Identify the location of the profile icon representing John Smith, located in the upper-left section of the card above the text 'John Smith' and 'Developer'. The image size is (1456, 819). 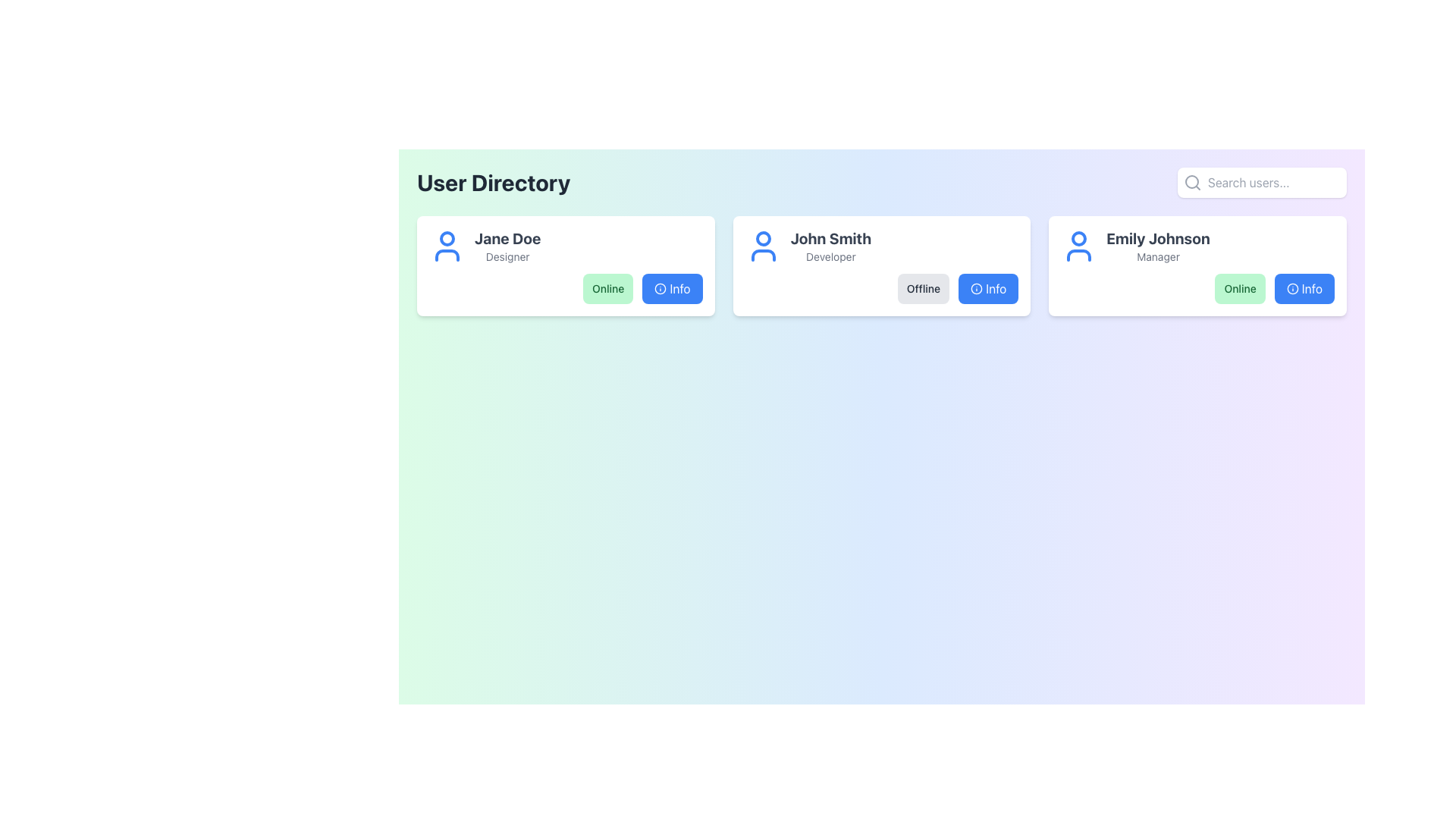
(763, 245).